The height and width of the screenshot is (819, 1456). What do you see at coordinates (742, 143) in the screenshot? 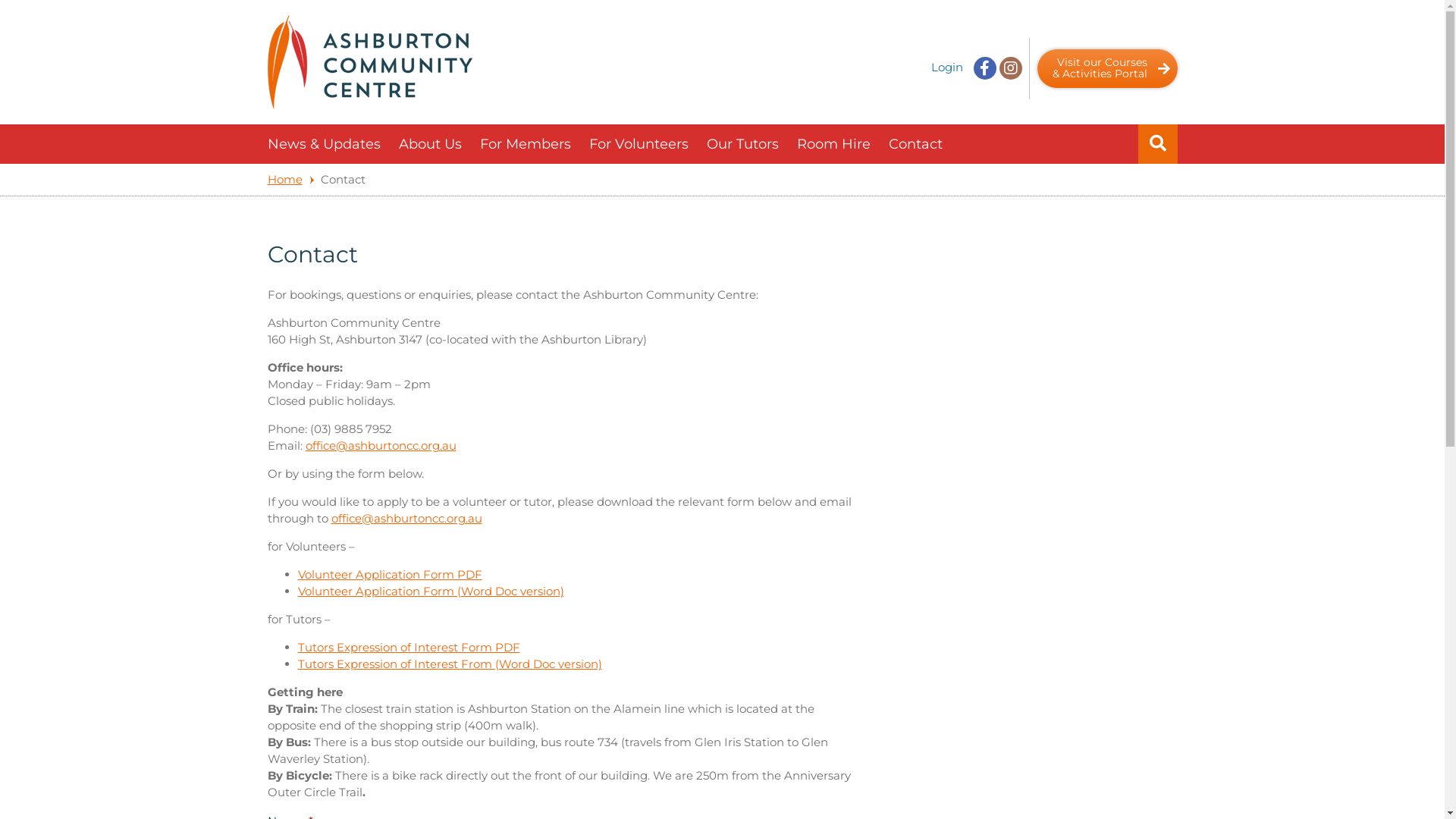
I see `'Our Tutors'` at bounding box center [742, 143].